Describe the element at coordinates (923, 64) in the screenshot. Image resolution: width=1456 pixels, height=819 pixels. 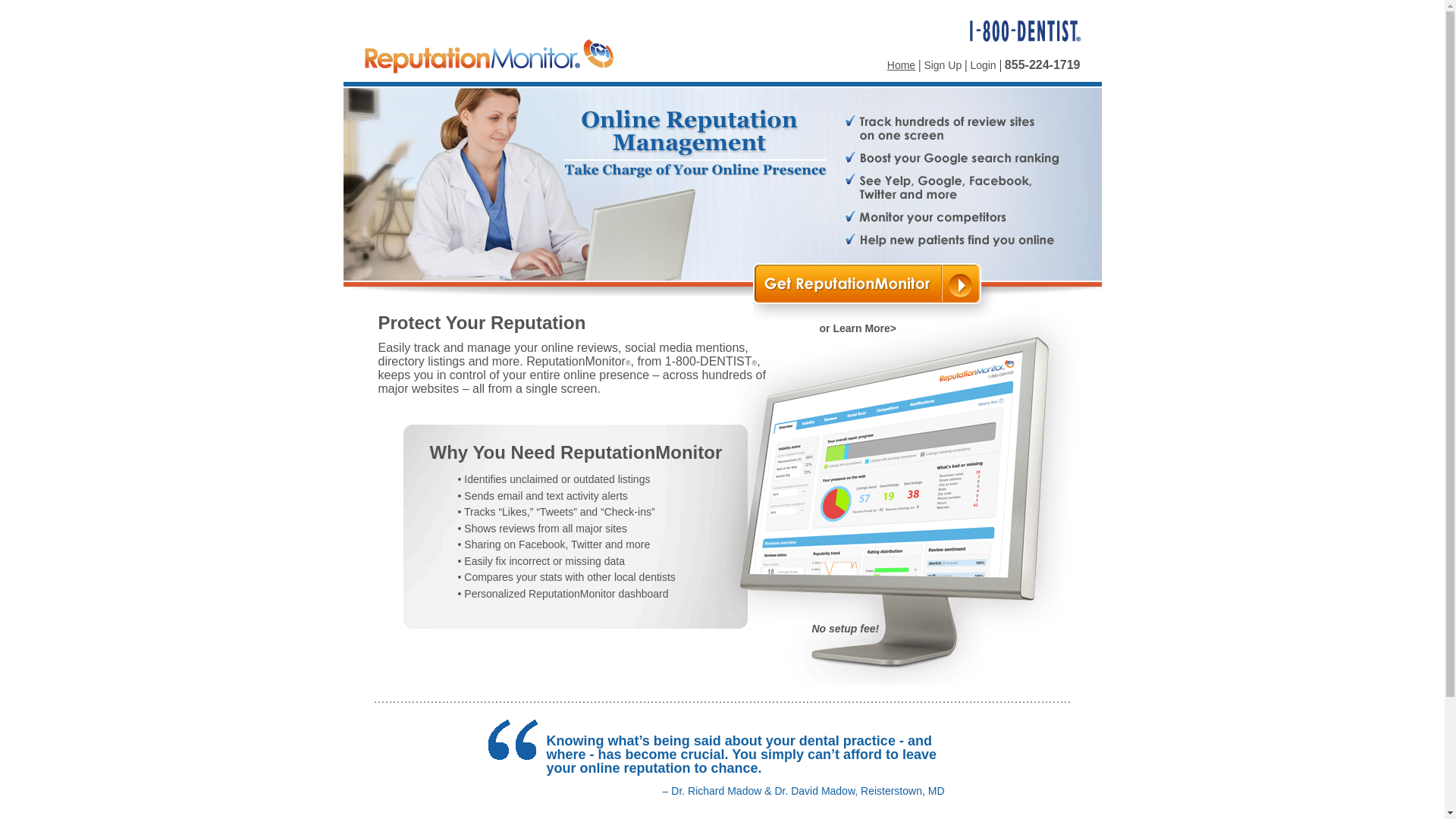
I see `'Sign Up'` at that location.